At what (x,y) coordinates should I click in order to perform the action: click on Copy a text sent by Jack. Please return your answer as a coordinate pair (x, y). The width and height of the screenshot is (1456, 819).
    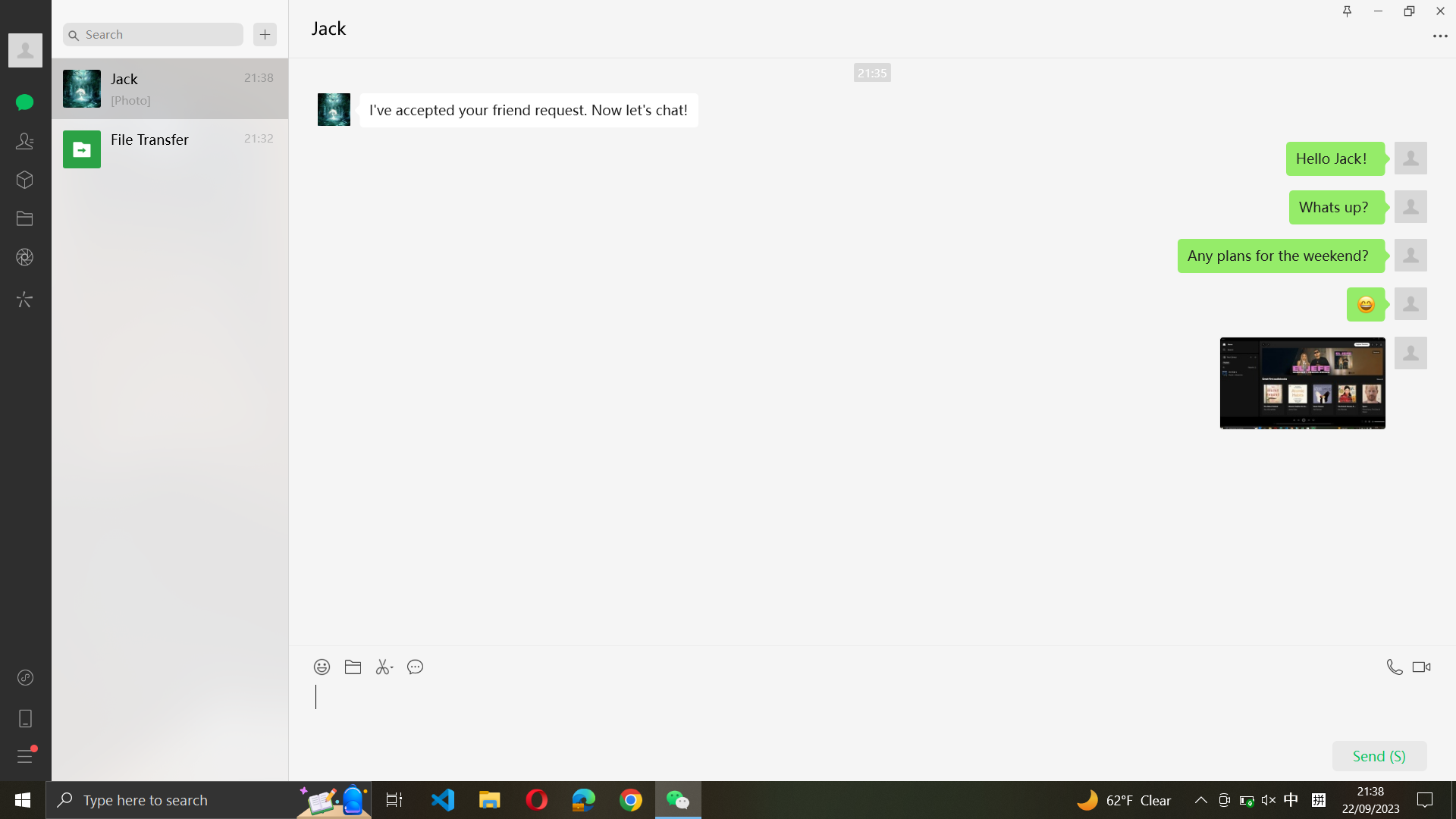
    Looking at the image, I should click on (528, 110).